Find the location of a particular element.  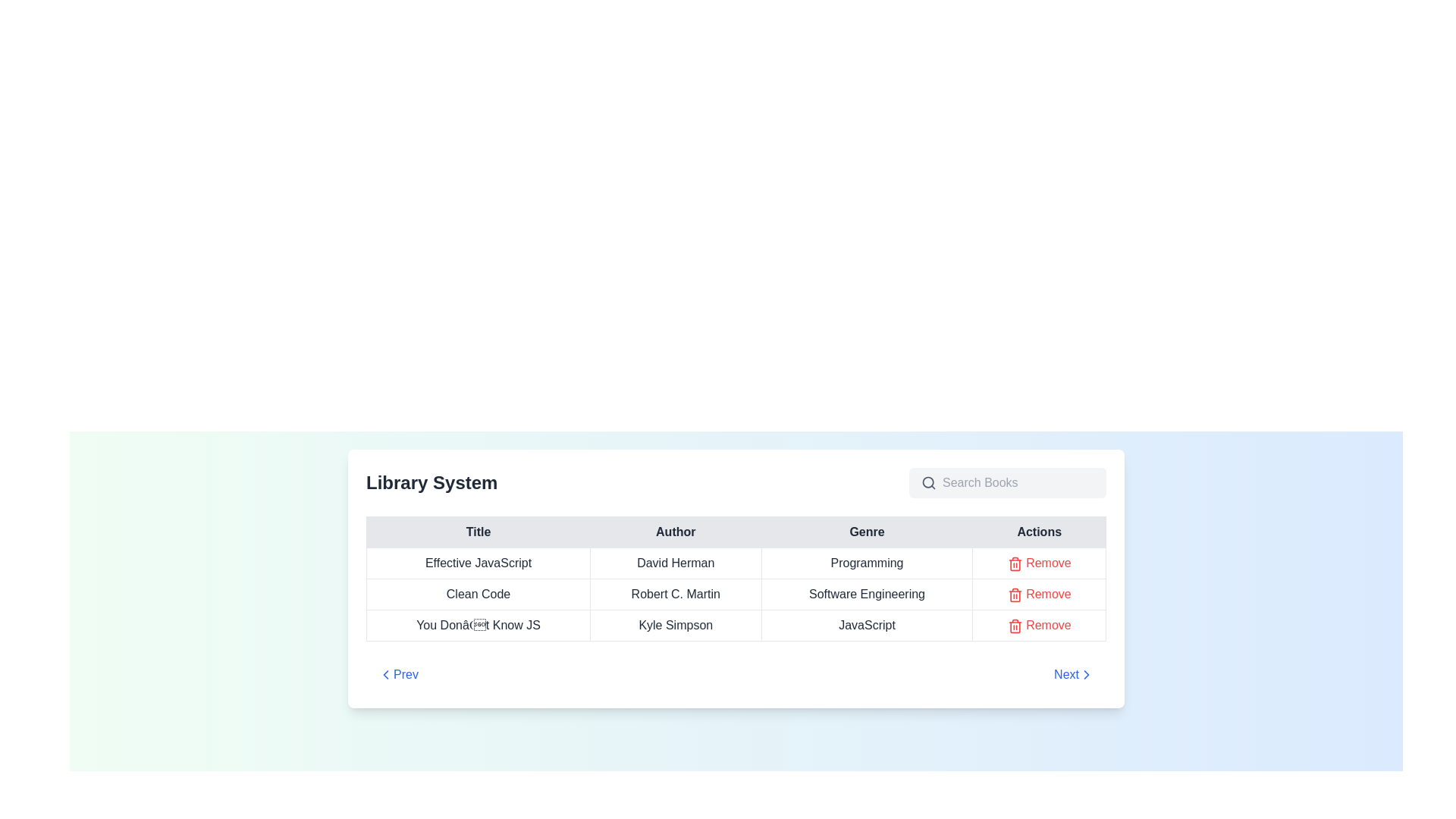

the 'Actions' header in the table, which categorizes the subsequent data rows under this label is located at coordinates (1038, 532).